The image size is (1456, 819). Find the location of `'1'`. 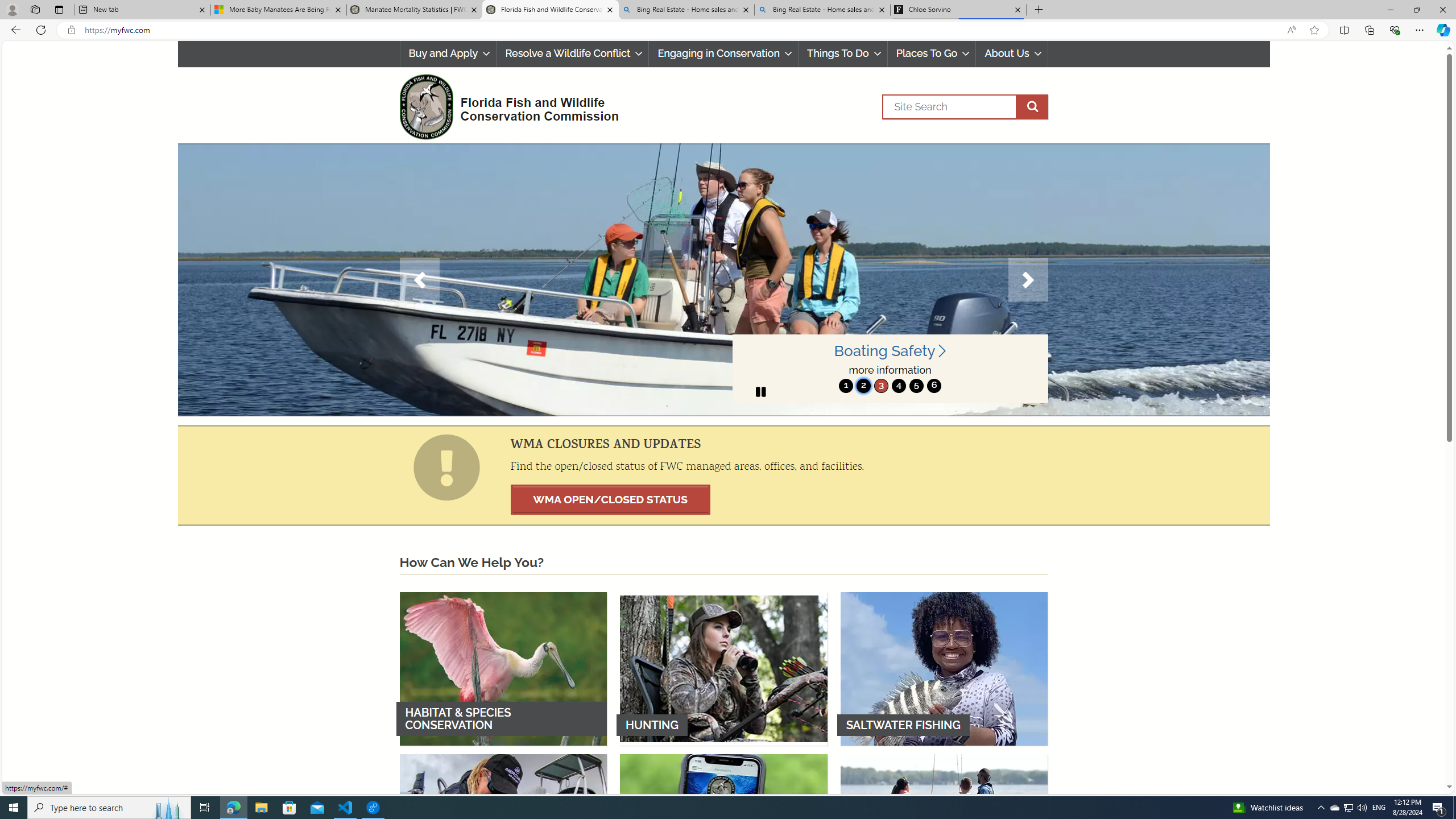

'1' is located at coordinates (846, 385).